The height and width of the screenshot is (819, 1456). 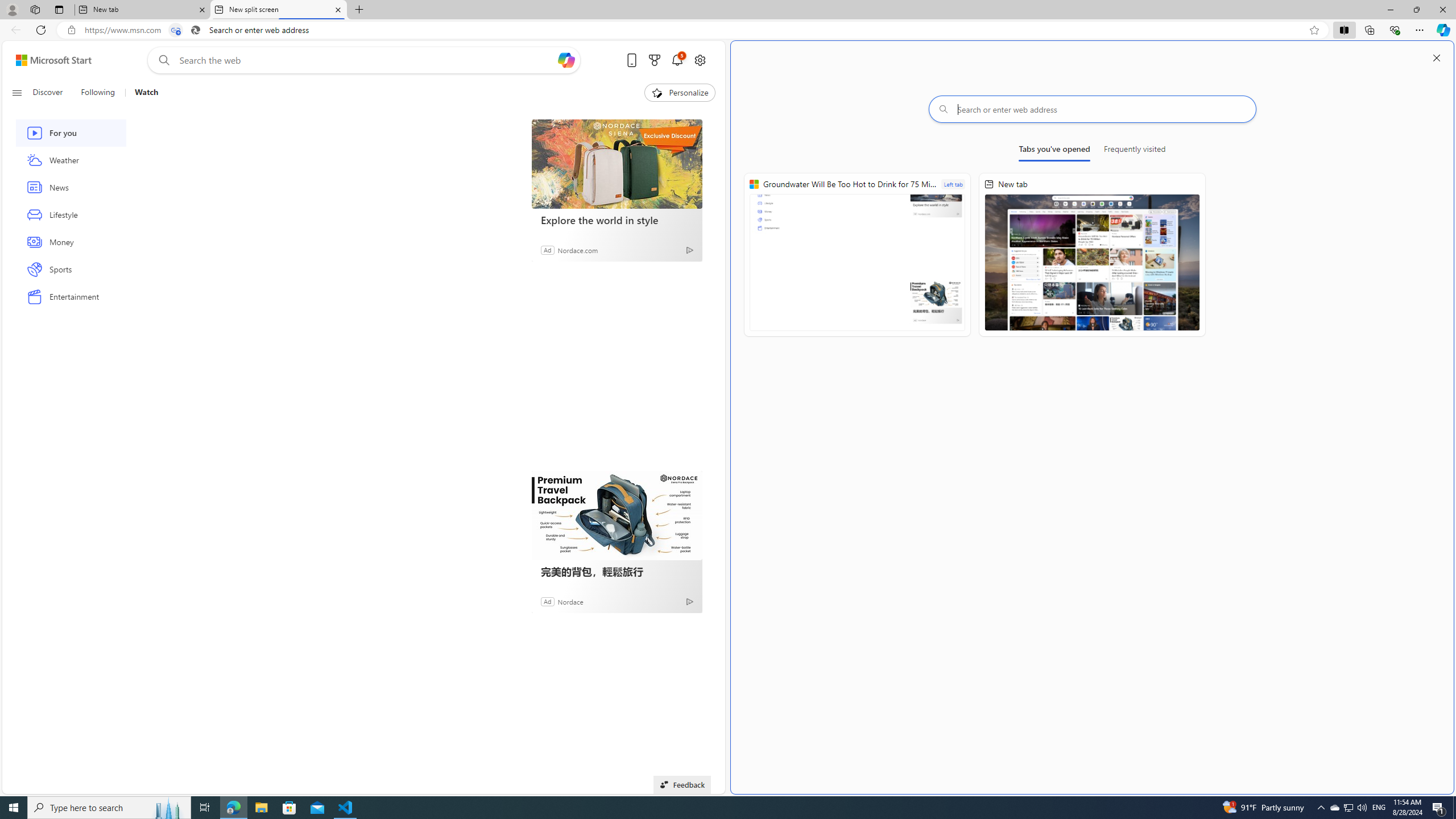 What do you see at coordinates (1054, 151) in the screenshot?
I see `'Tabs you'` at bounding box center [1054, 151].